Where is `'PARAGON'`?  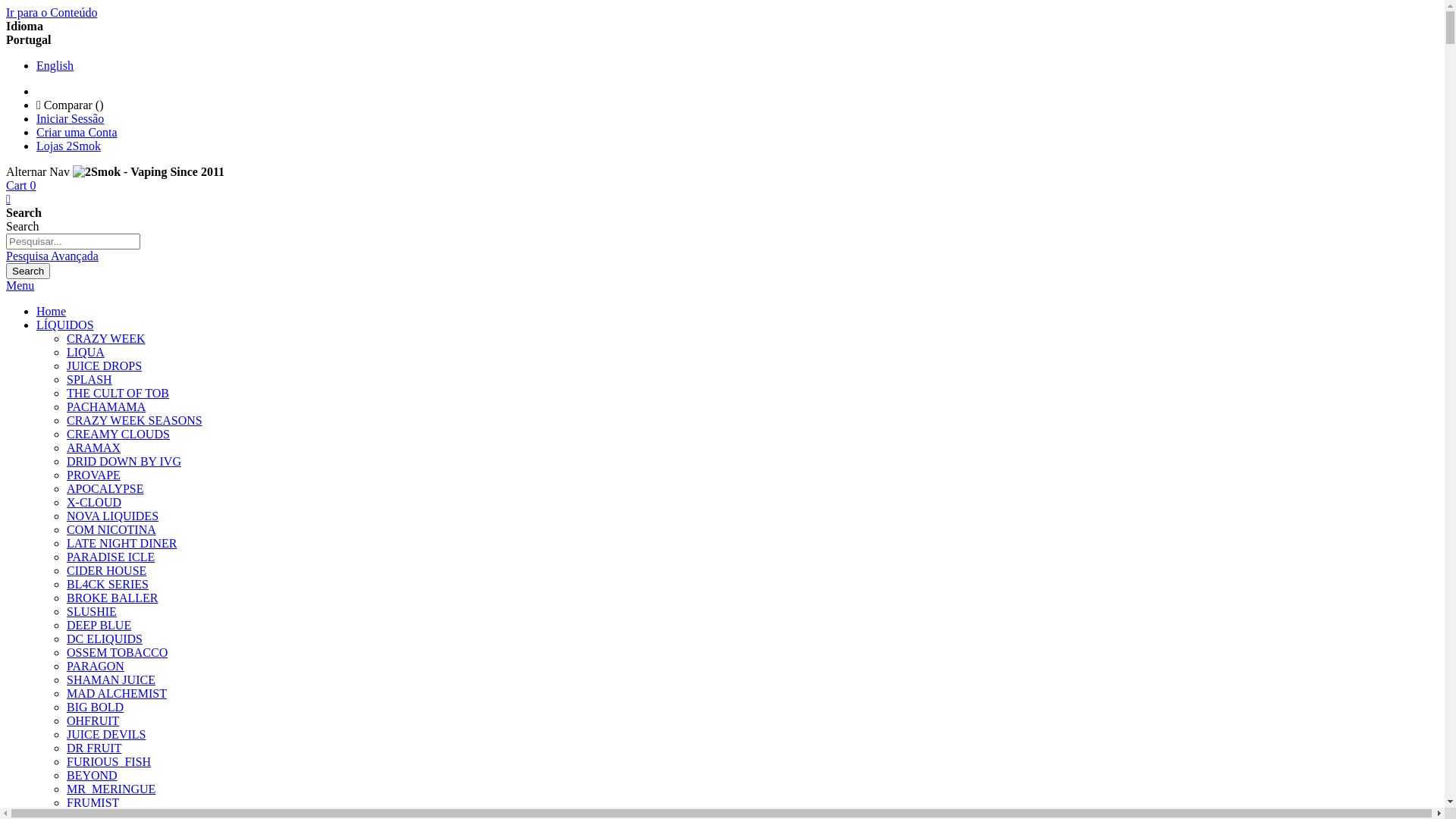 'PARAGON' is located at coordinates (94, 665).